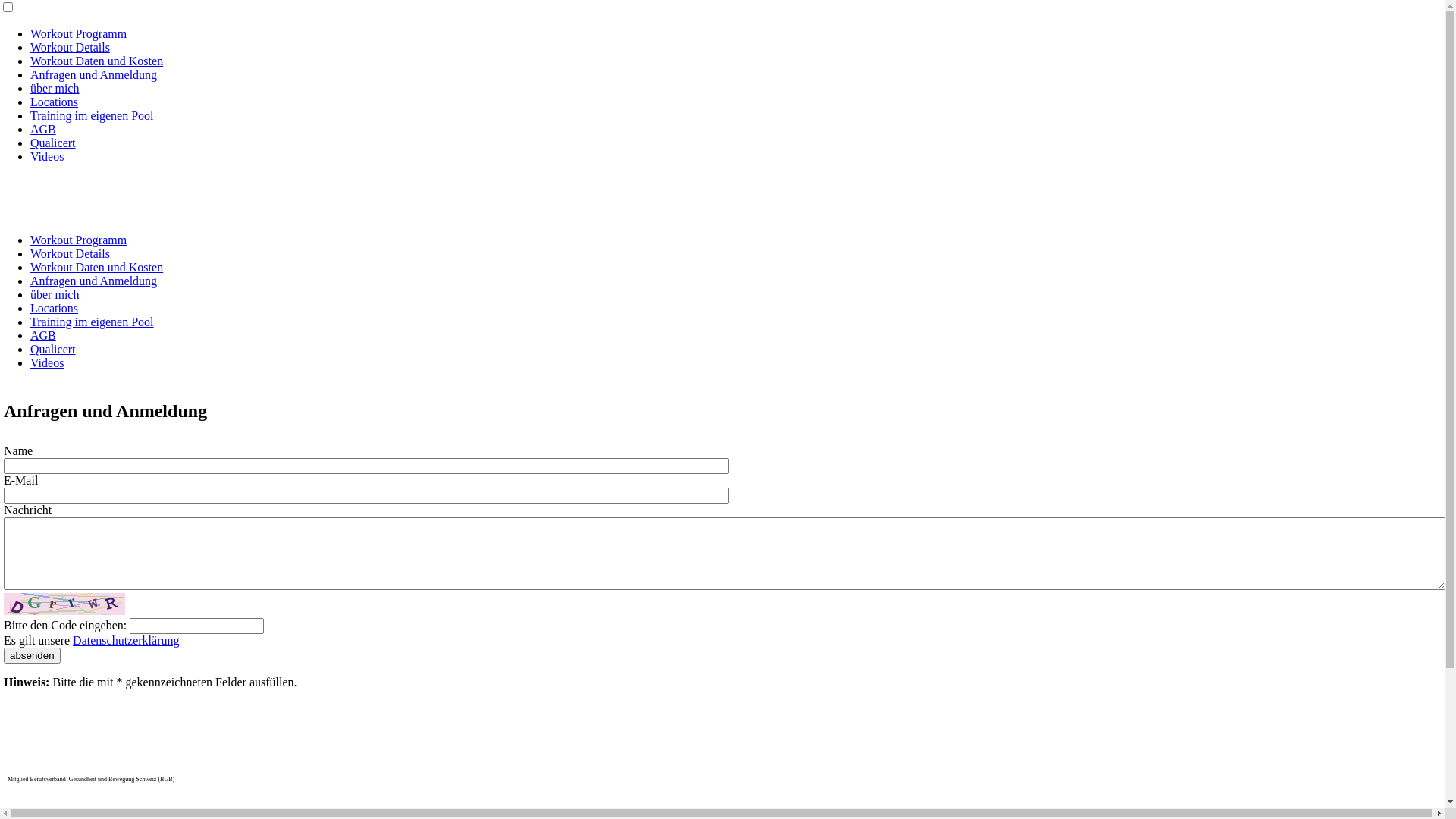  I want to click on 'Videos', so click(47, 156).